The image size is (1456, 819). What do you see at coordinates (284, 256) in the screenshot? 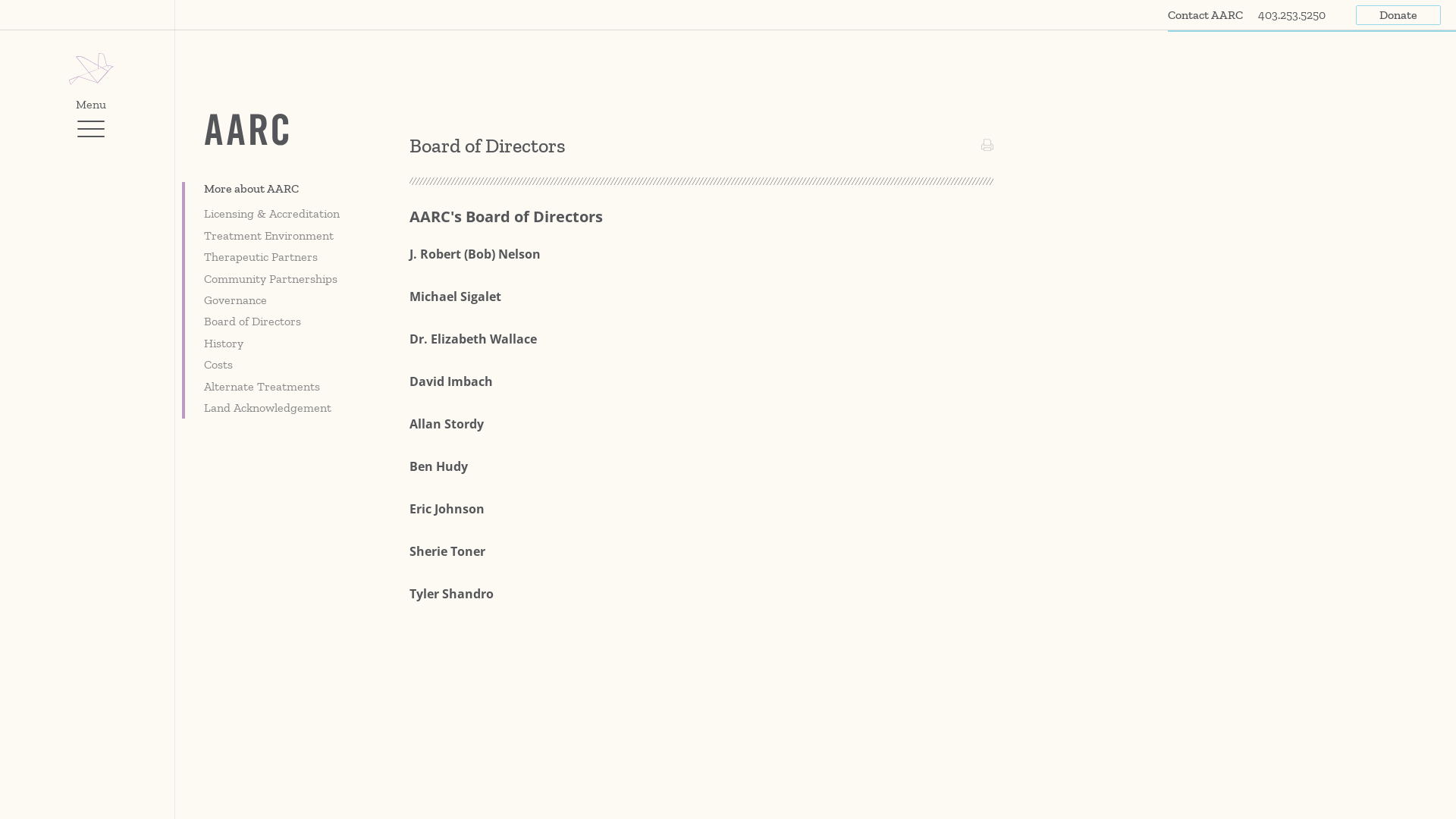
I see `'Therapeutic Partners'` at bounding box center [284, 256].